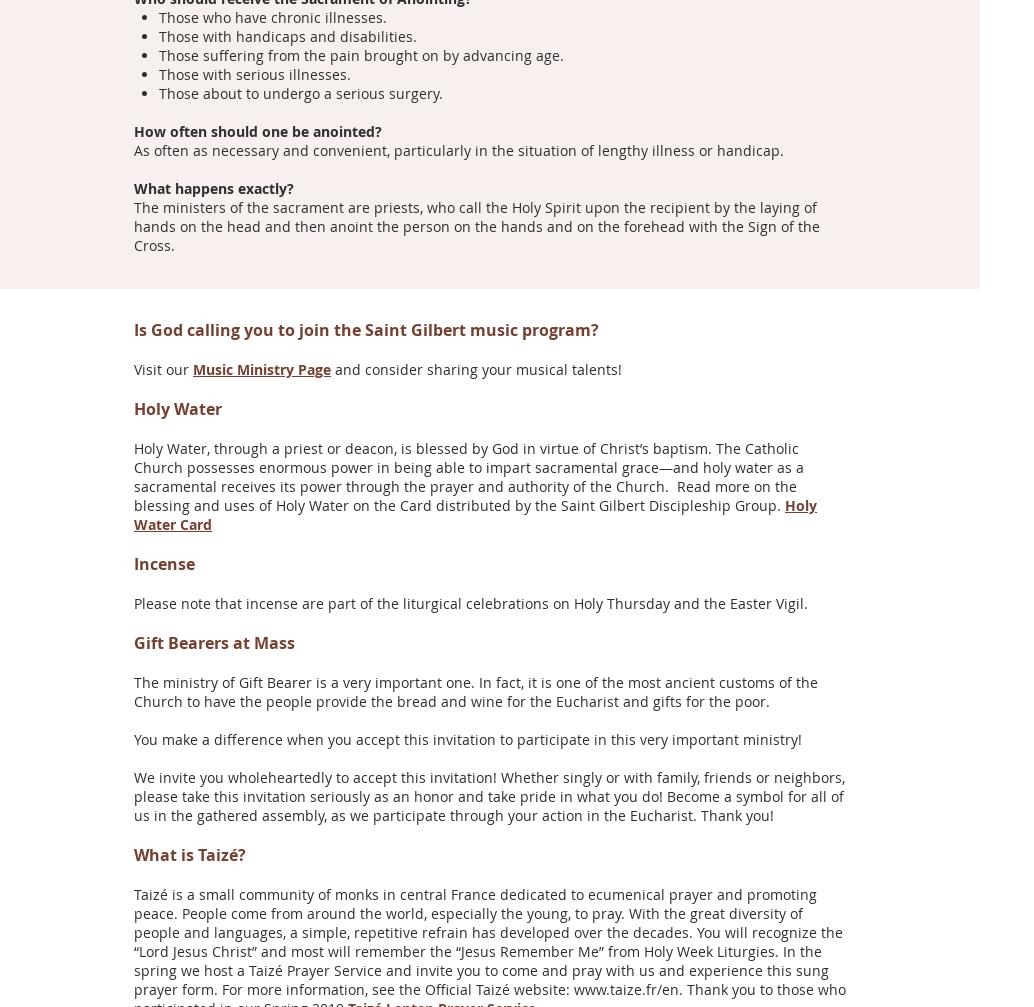 Image resolution: width=1034 pixels, height=1007 pixels. I want to click on 'Those about to undergo a serious surgery.', so click(299, 92).